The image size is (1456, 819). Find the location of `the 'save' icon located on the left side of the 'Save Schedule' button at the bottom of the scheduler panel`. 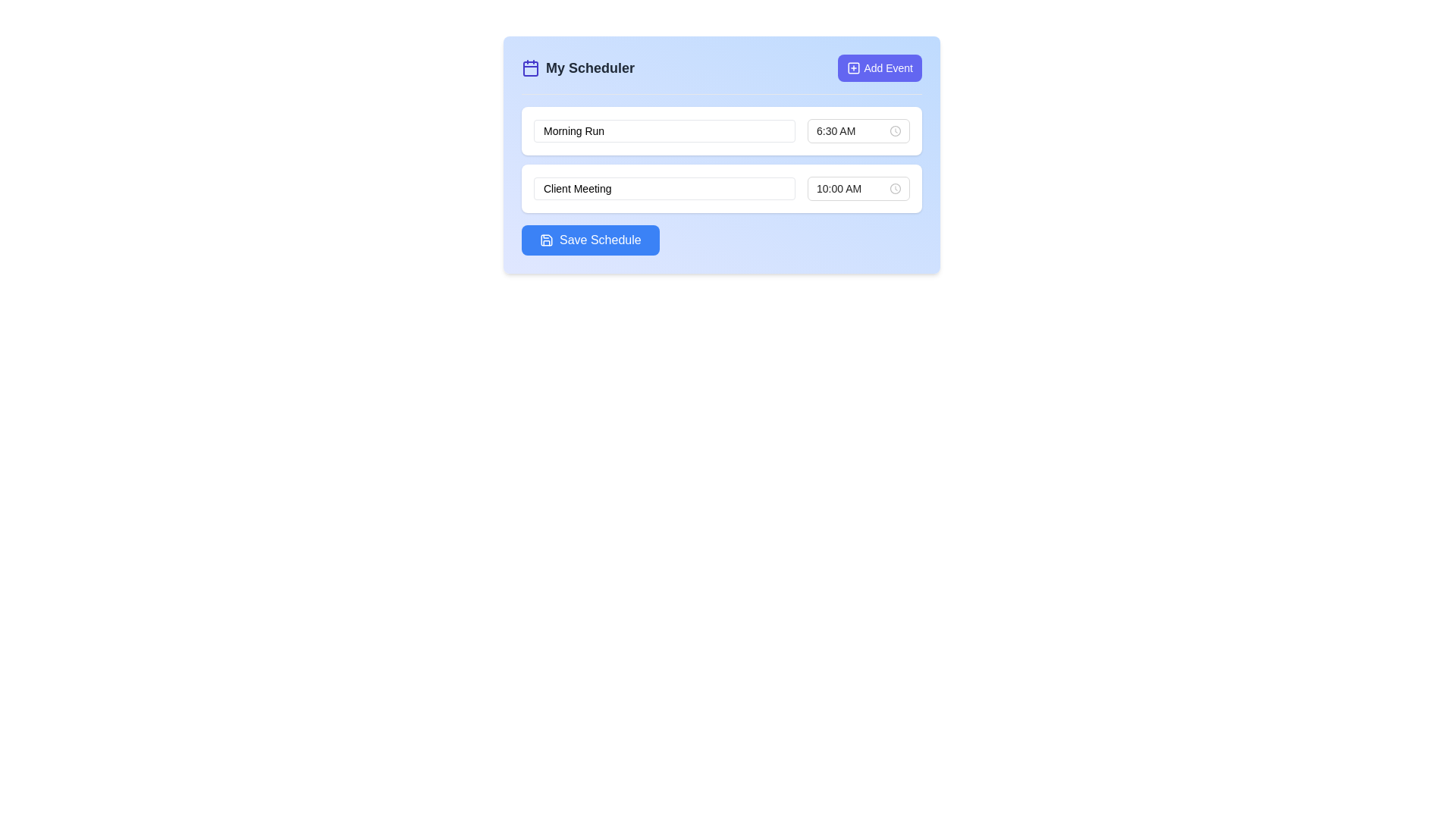

the 'save' icon located on the left side of the 'Save Schedule' button at the bottom of the scheduler panel is located at coordinates (546, 239).